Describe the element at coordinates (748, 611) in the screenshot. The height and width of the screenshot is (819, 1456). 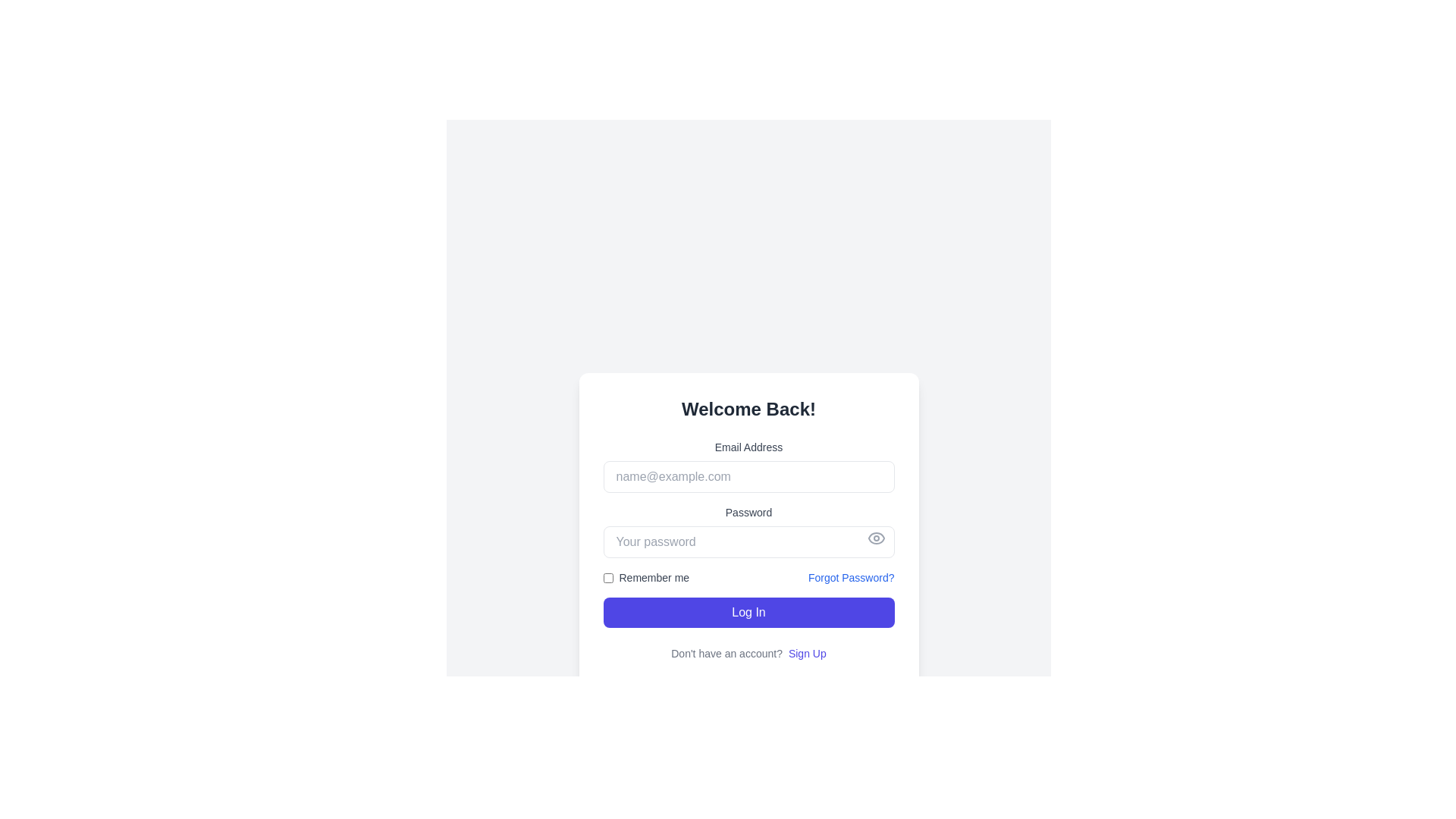
I see `the login button element located at the bottom of the login form interface` at that location.